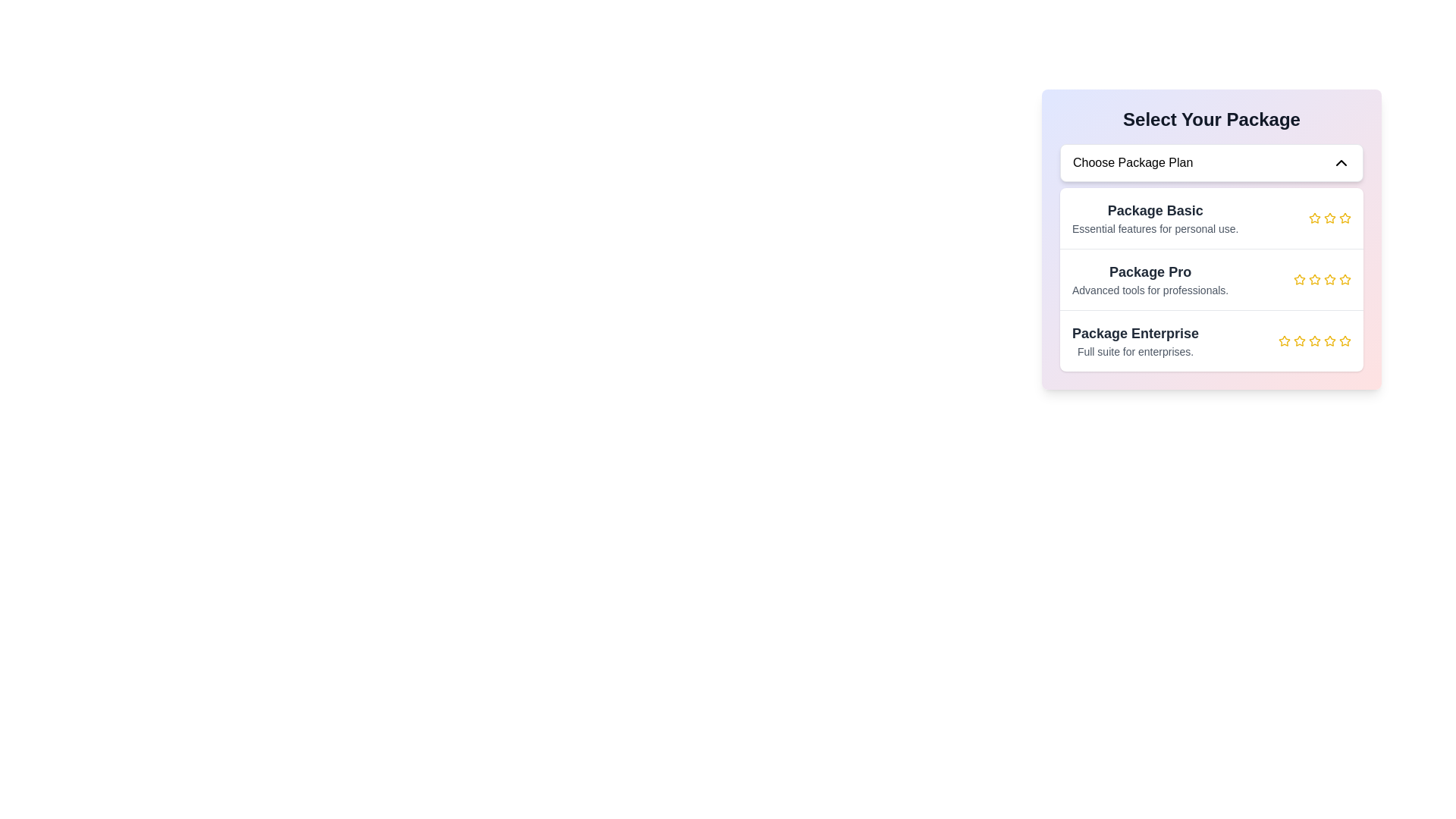 The width and height of the screenshot is (1456, 819). Describe the element at coordinates (1211, 280) in the screenshot. I see `the 'Package Pro' selectable list item` at that location.